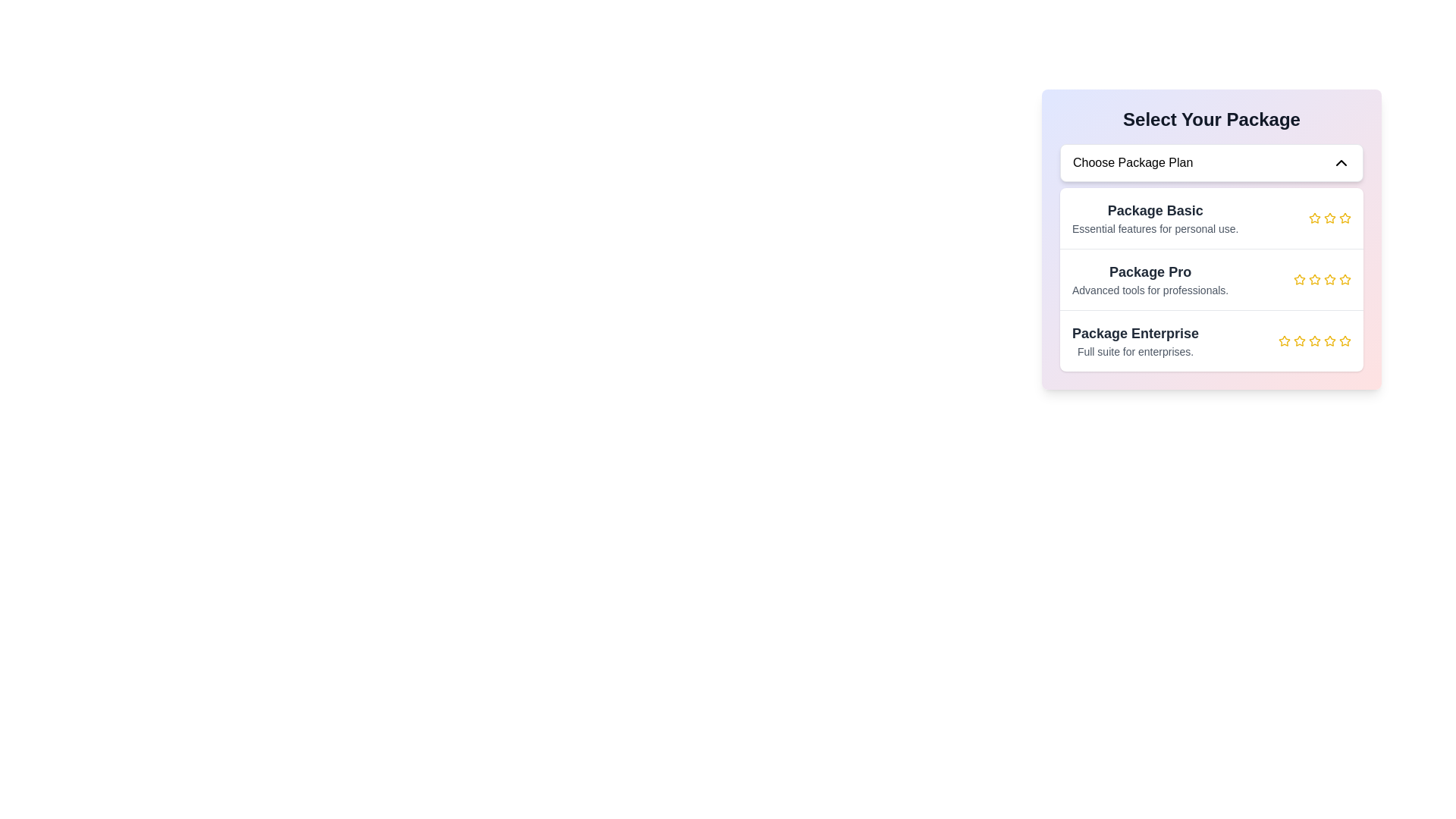 The width and height of the screenshot is (1456, 819). Describe the element at coordinates (1211, 280) in the screenshot. I see `the 'Package Pro' selectable list item` at that location.